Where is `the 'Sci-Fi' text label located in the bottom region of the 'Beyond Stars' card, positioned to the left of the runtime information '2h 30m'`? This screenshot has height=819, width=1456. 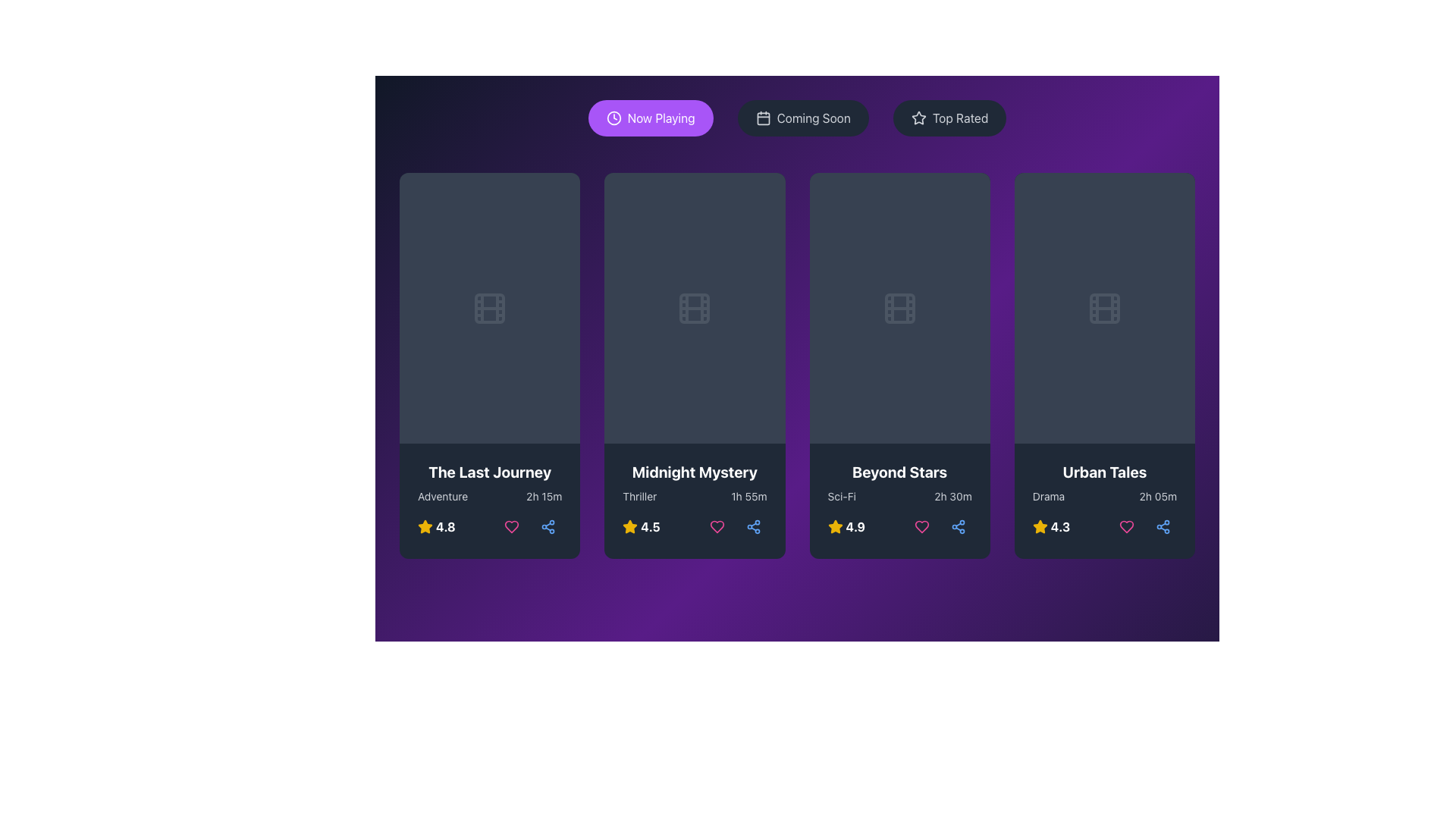 the 'Sci-Fi' text label located in the bottom region of the 'Beyond Stars' card, positioned to the left of the runtime information '2h 30m' is located at coordinates (841, 497).